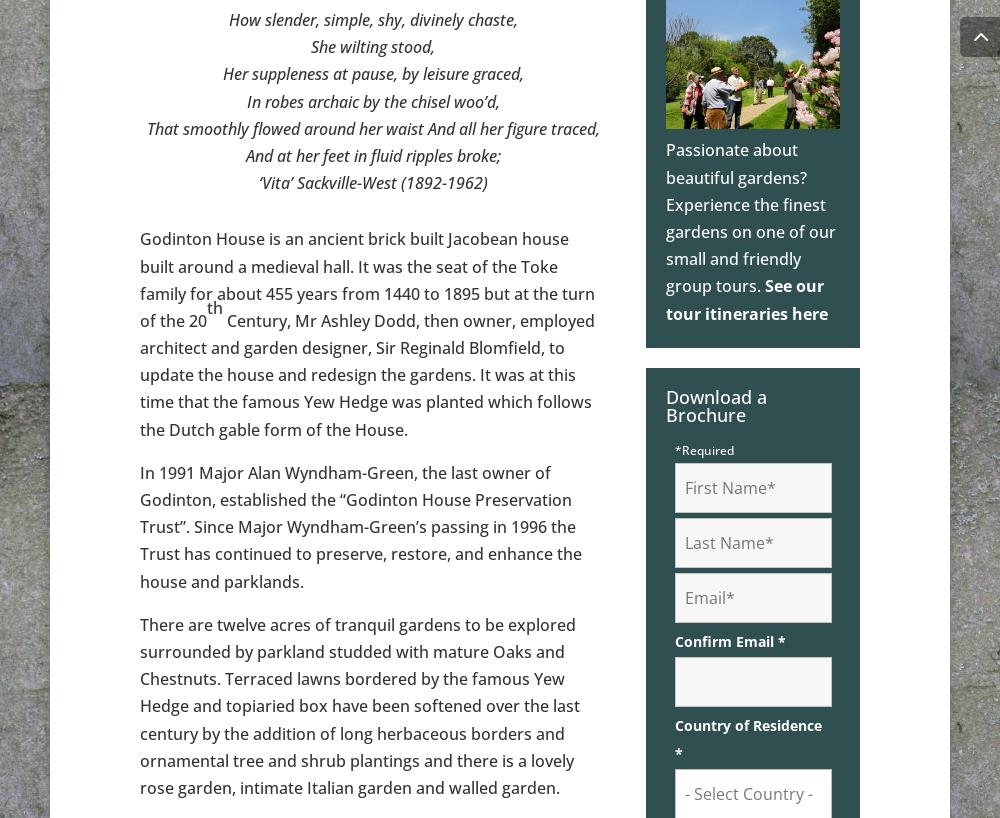  What do you see at coordinates (371, 74) in the screenshot?
I see `'Her suppleness at pause, by leisure graced,'` at bounding box center [371, 74].